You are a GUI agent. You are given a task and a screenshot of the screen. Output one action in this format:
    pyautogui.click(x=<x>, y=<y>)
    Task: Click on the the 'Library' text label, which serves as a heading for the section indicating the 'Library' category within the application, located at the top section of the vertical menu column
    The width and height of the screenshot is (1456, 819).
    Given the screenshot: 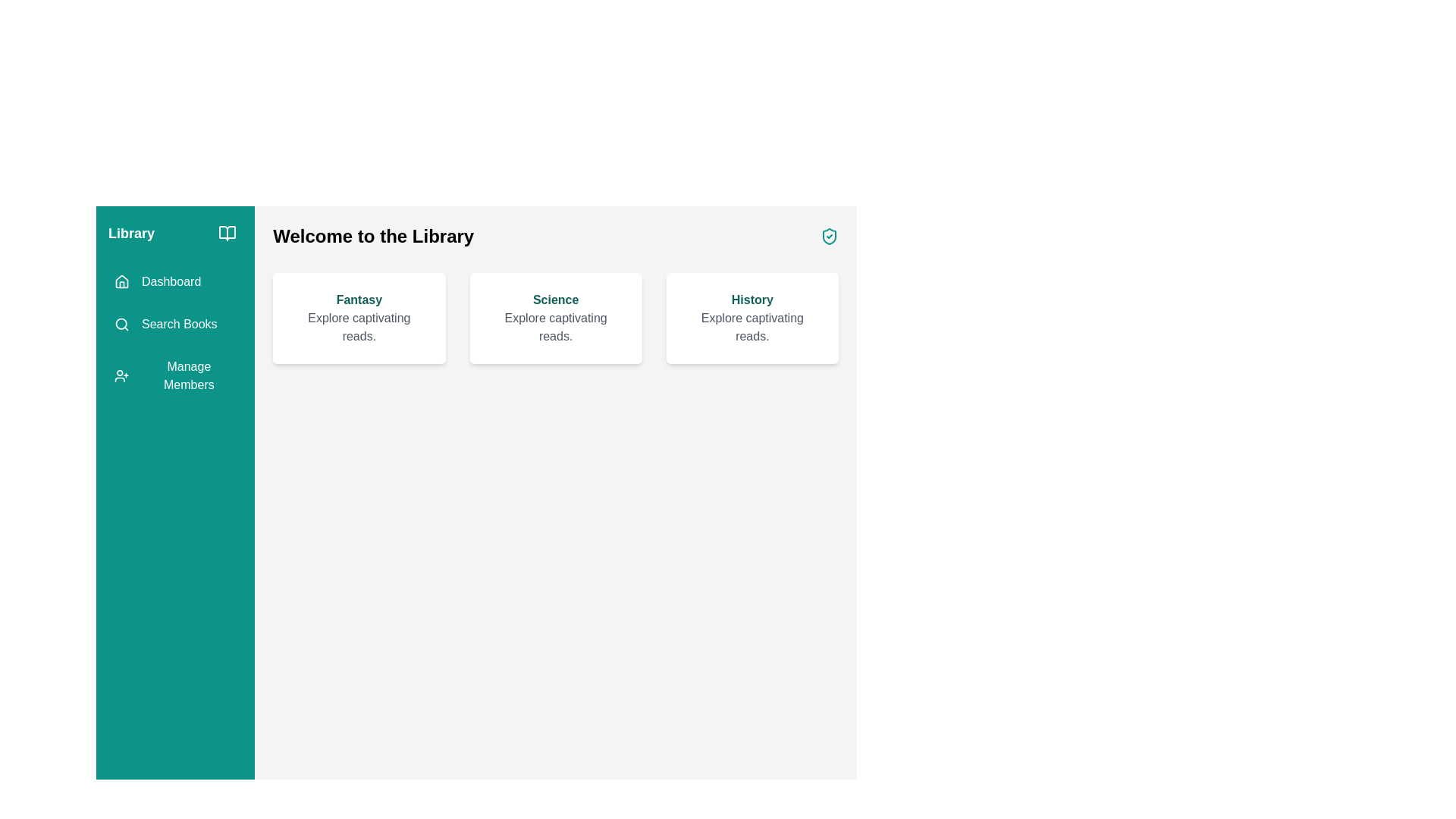 What is the action you would take?
    pyautogui.click(x=131, y=234)
    